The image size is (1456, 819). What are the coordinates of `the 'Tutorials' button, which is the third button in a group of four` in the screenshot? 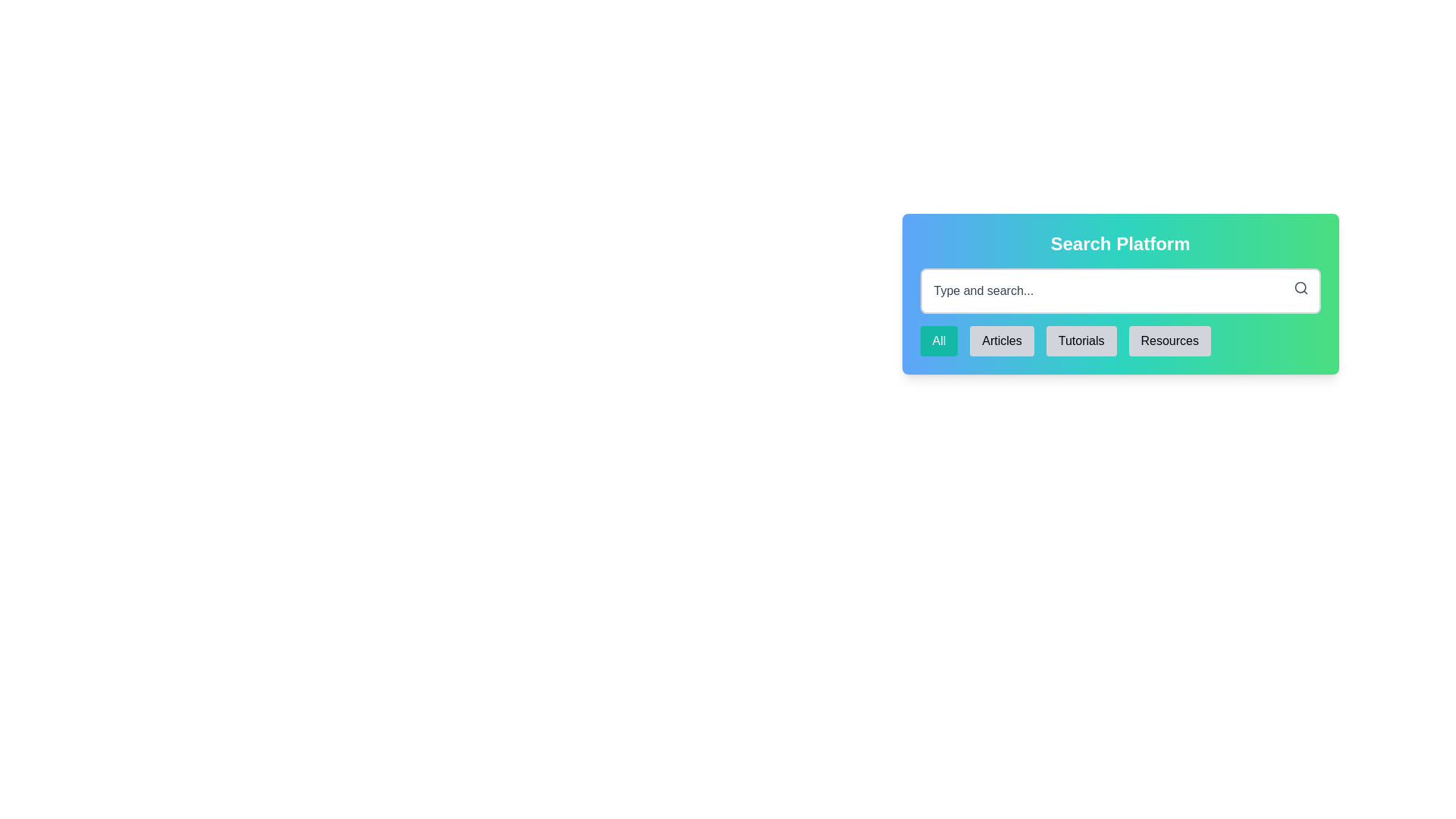 It's located at (1081, 341).